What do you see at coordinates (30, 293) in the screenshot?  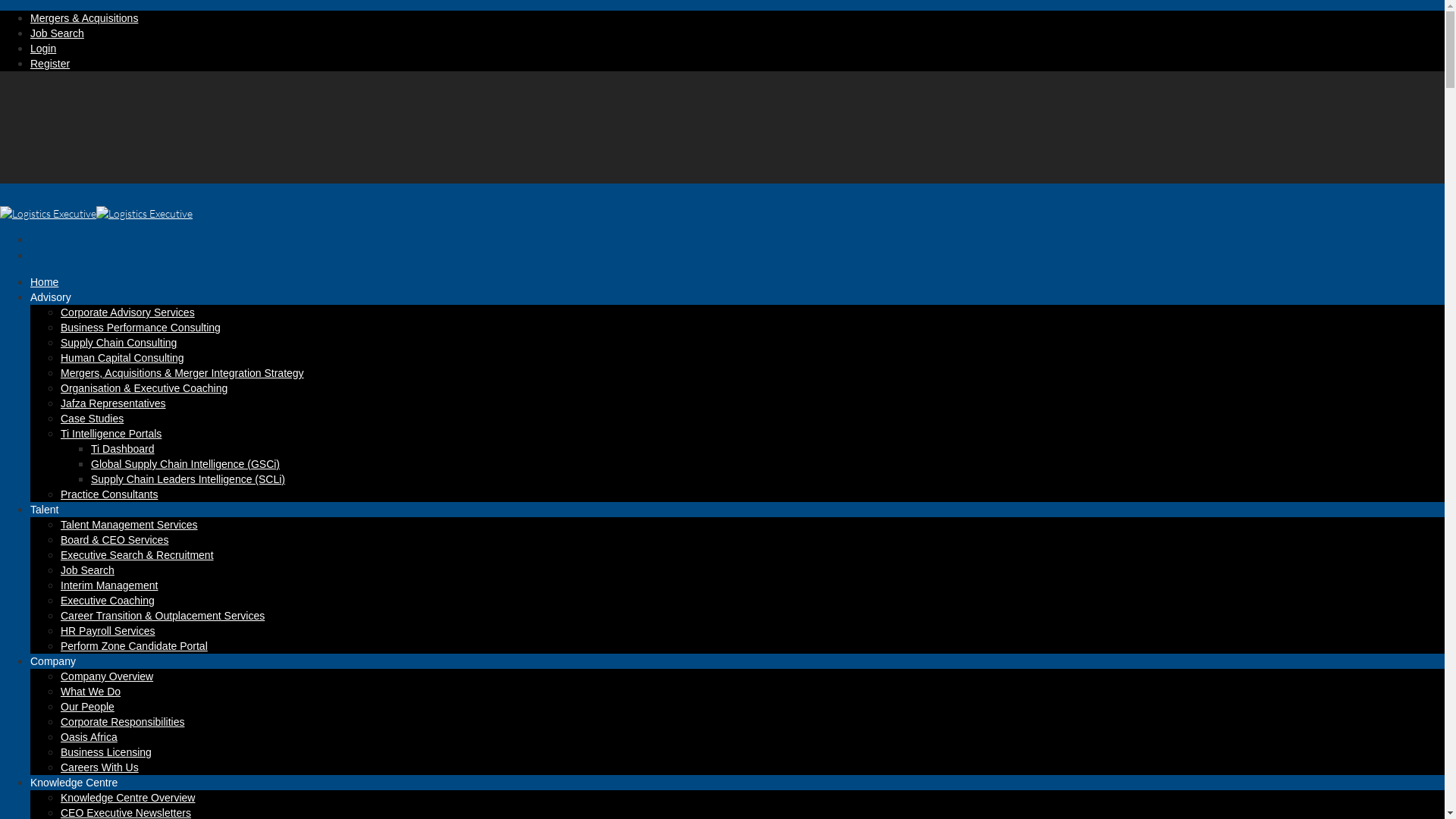 I see `'Home'` at bounding box center [30, 293].